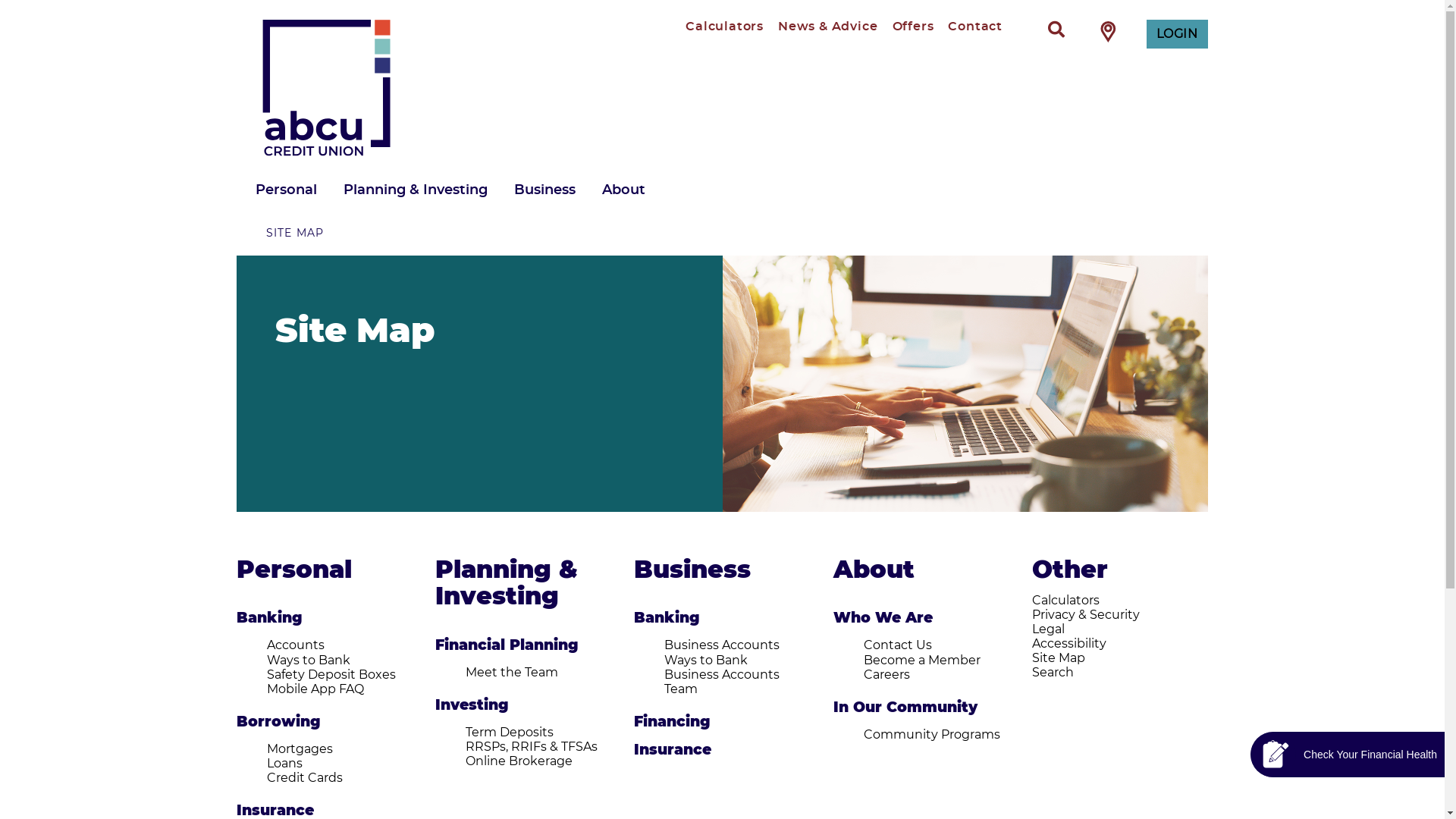 The width and height of the screenshot is (1456, 819). Describe the element at coordinates (1108, 31) in the screenshot. I see `'Find Branch / ATM'` at that location.